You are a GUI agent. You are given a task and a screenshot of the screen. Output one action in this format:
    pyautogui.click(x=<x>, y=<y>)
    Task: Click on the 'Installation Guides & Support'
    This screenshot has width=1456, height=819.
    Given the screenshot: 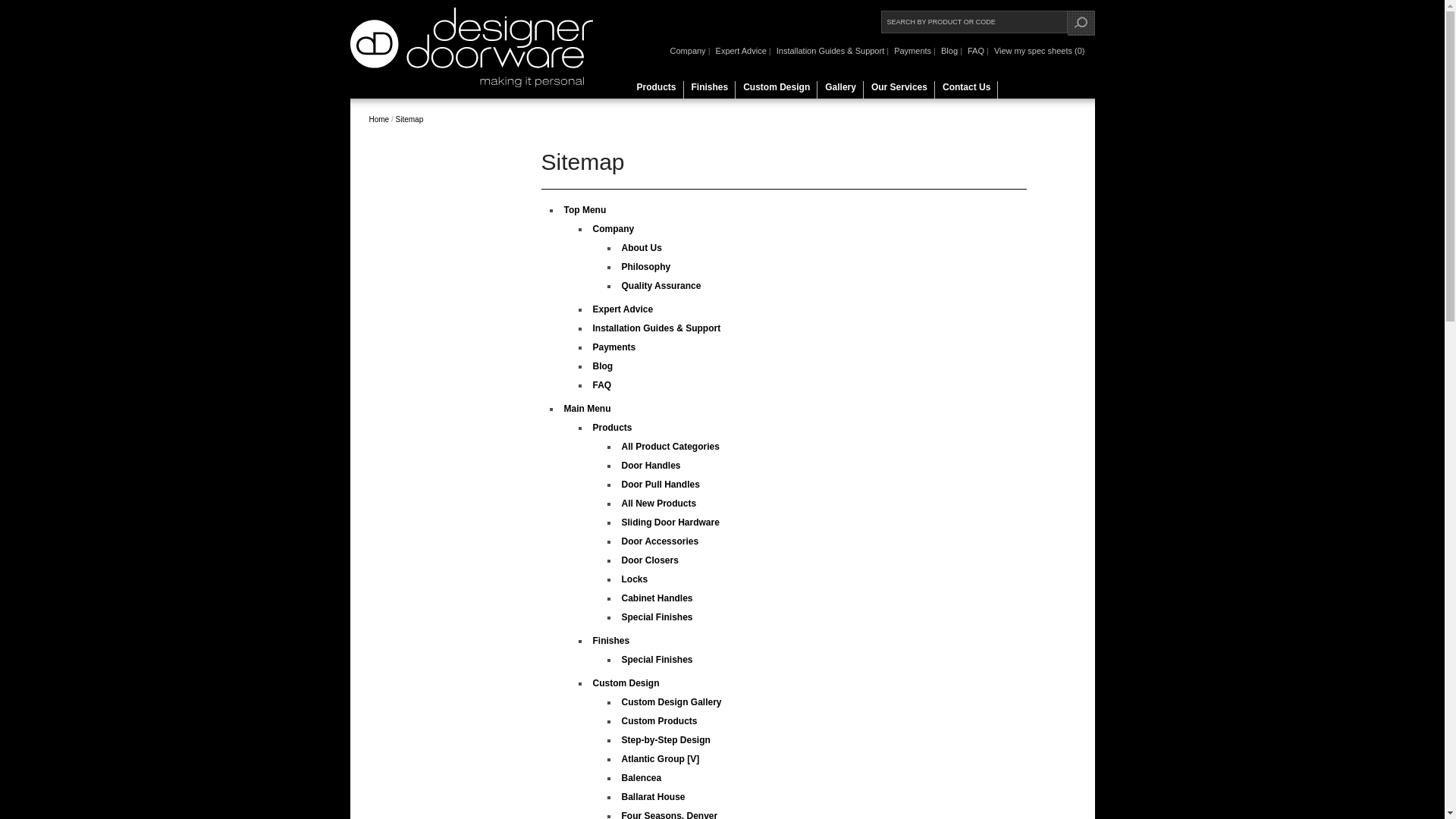 What is the action you would take?
    pyautogui.click(x=657, y=327)
    